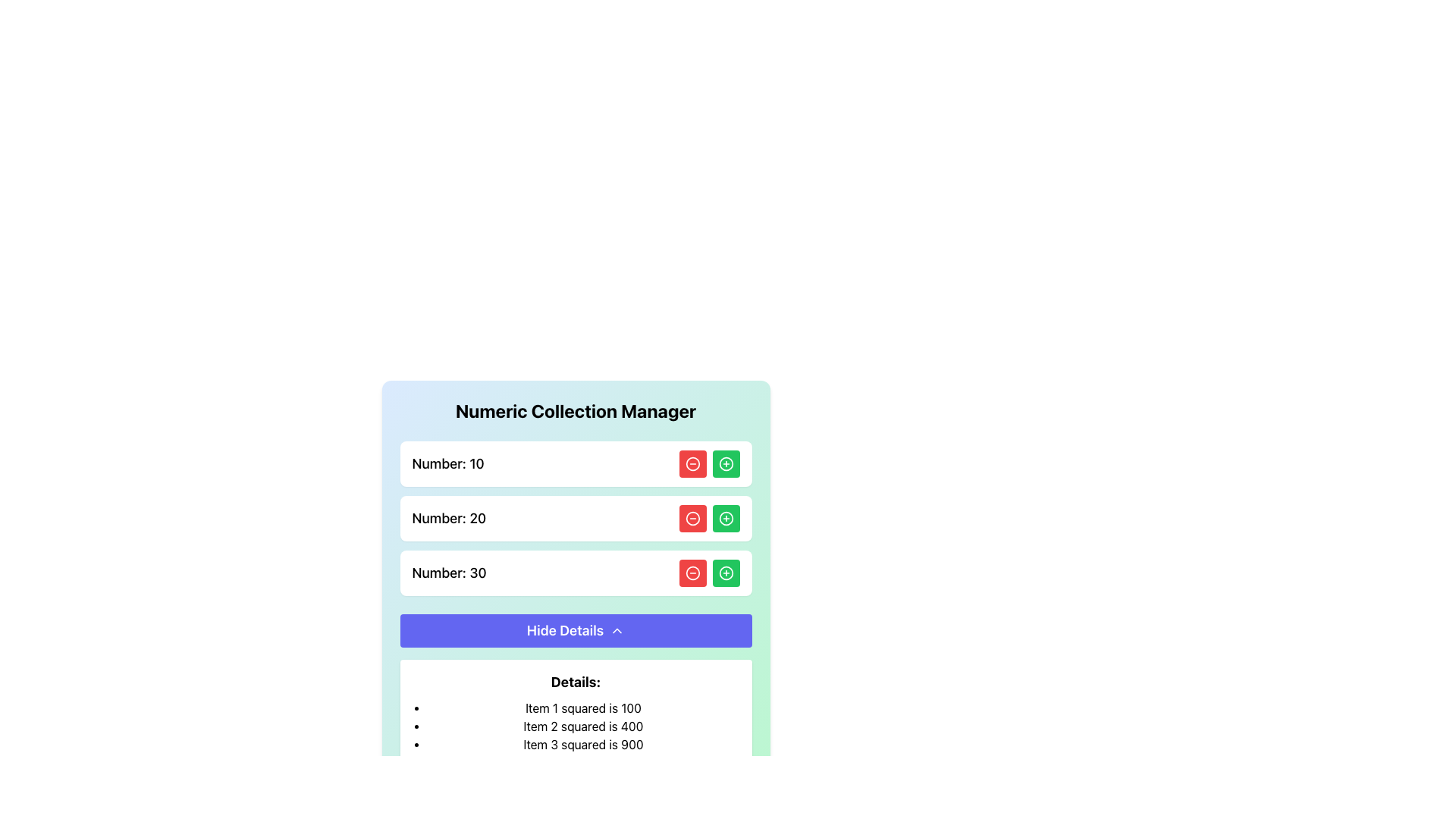 The height and width of the screenshot is (819, 1456). Describe the element at coordinates (617, 631) in the screenshot. I see `the chevron-up icon located to the right of the 'Hide Details' button` at that location.